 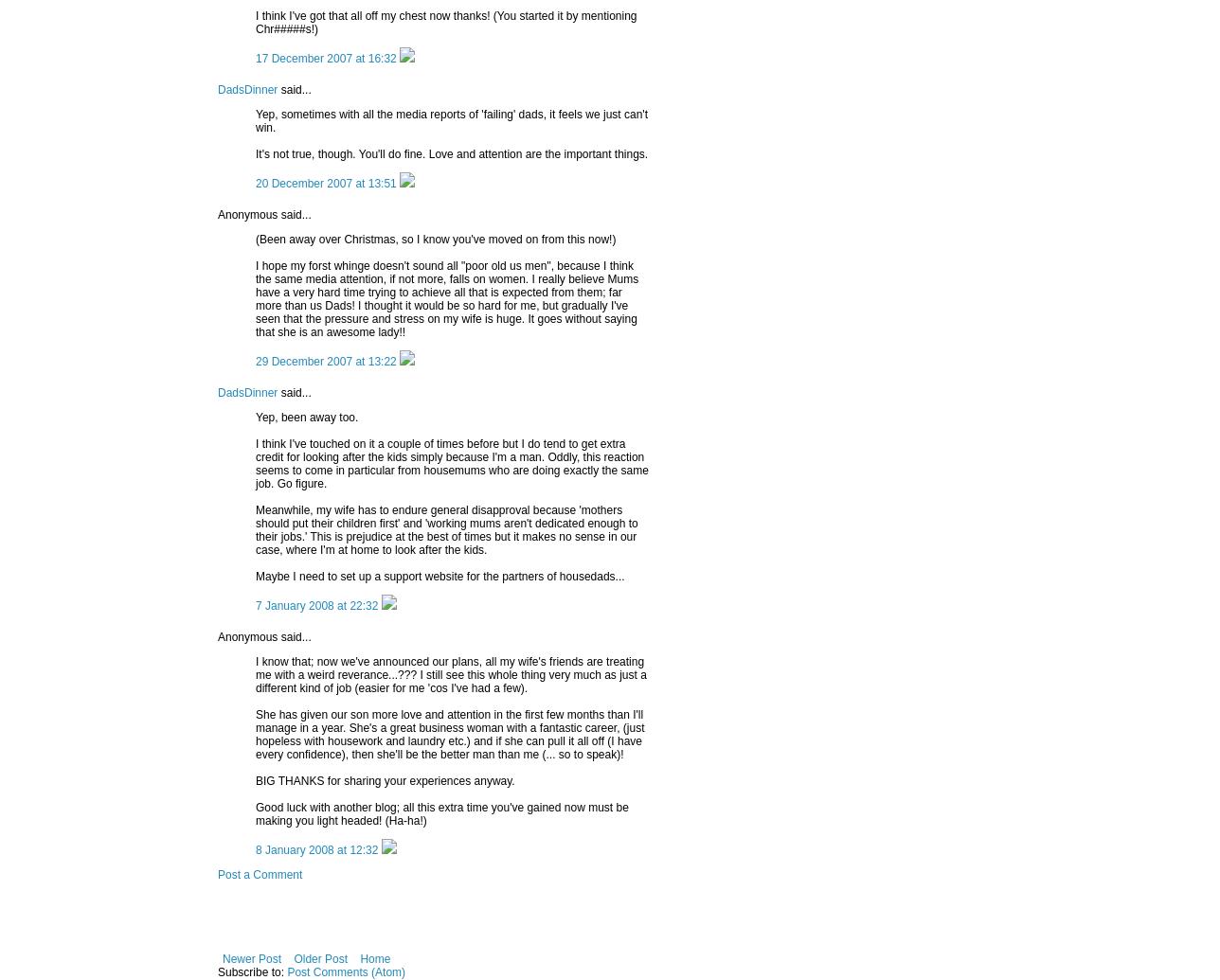 What do you see at coordinates (375, 957) in the screenshot?
I see `'Home'` at bounding box center [375, 957].